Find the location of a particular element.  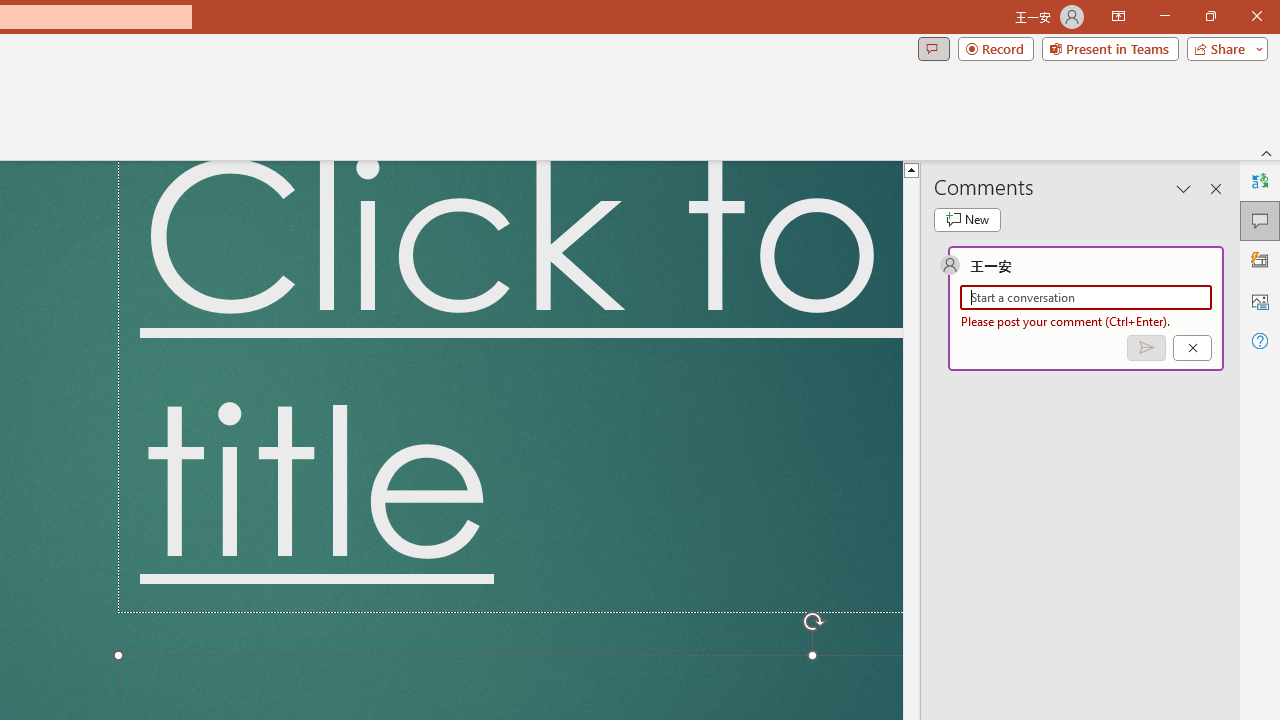

'Line up' is located at coordinates (910, 168).